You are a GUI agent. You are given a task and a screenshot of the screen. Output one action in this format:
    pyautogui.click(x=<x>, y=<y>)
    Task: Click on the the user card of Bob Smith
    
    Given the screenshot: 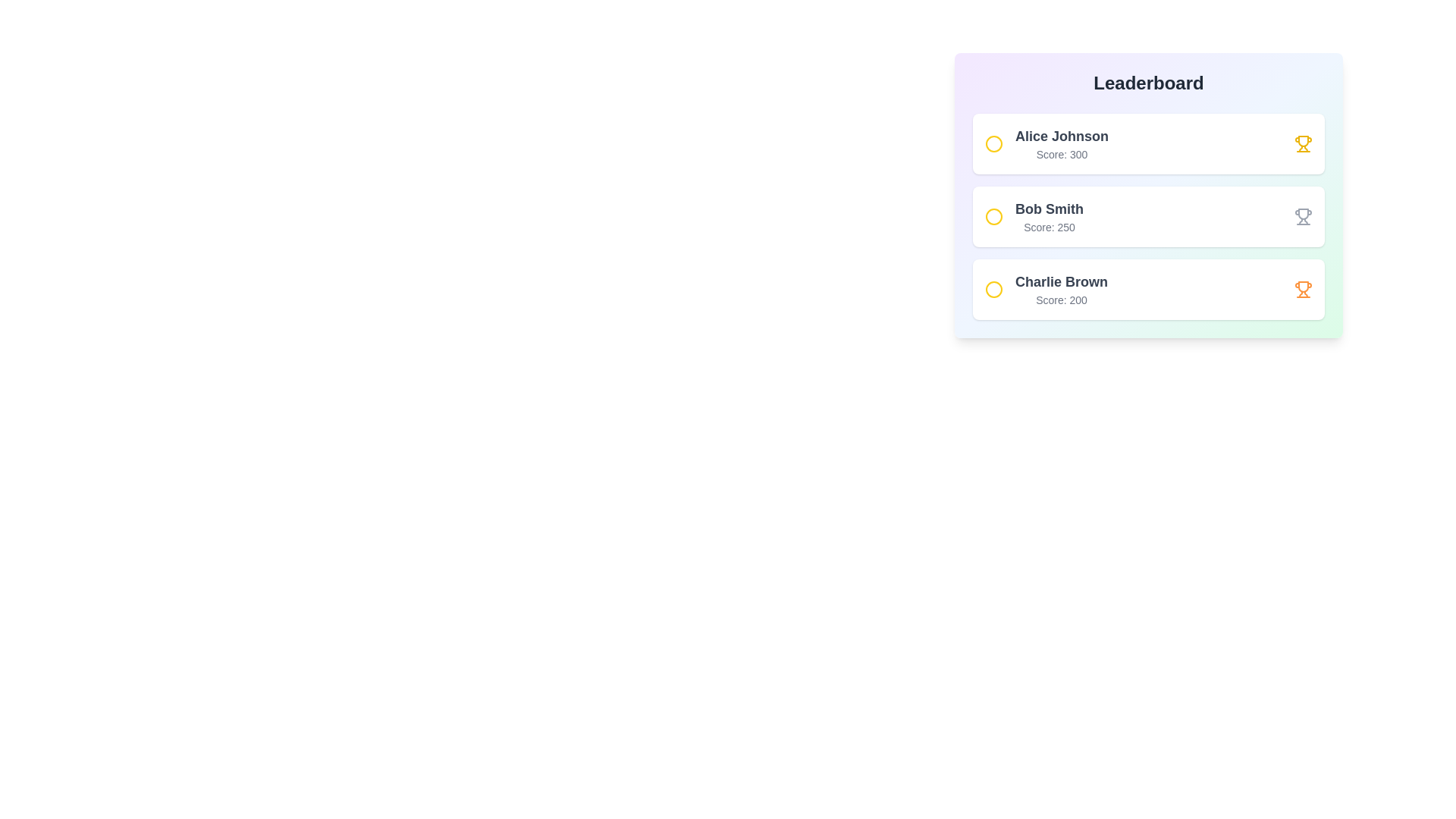 What is the action you would take?
    pyautogui.click(x=1149, y=216)
    